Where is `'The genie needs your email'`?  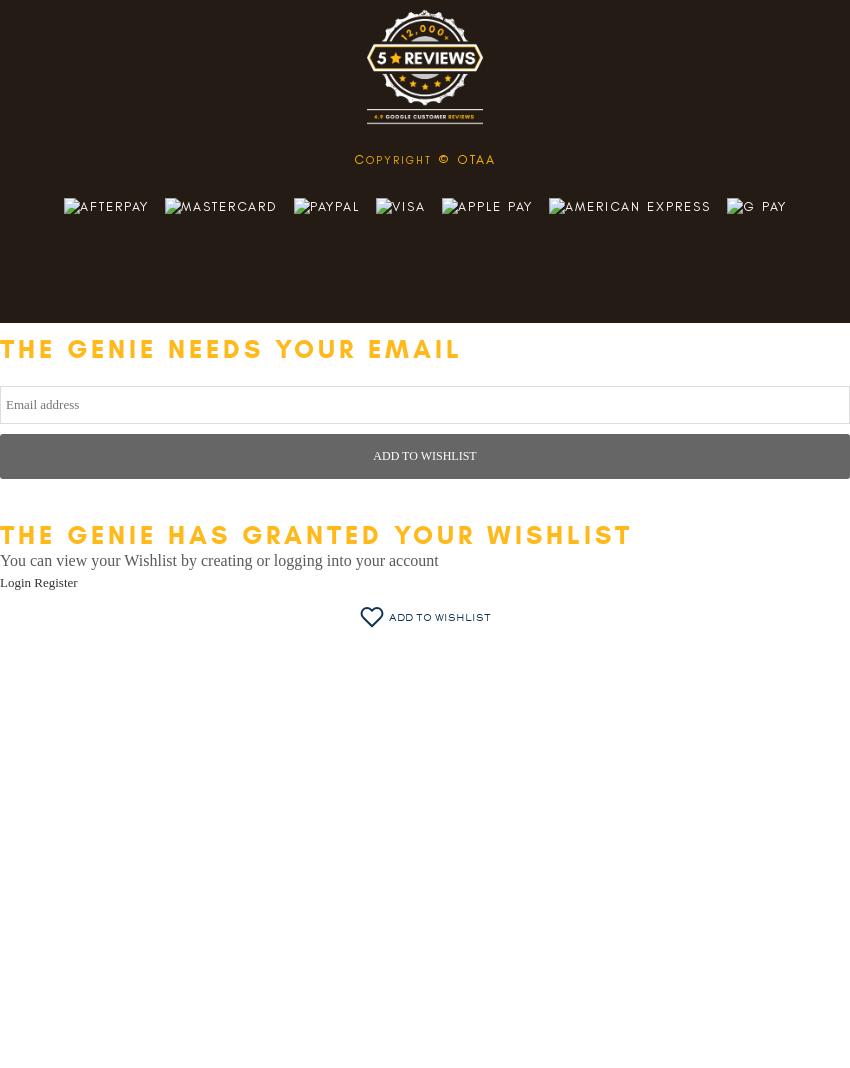
'The genie needs your email' is located at coordinates (231, 348).